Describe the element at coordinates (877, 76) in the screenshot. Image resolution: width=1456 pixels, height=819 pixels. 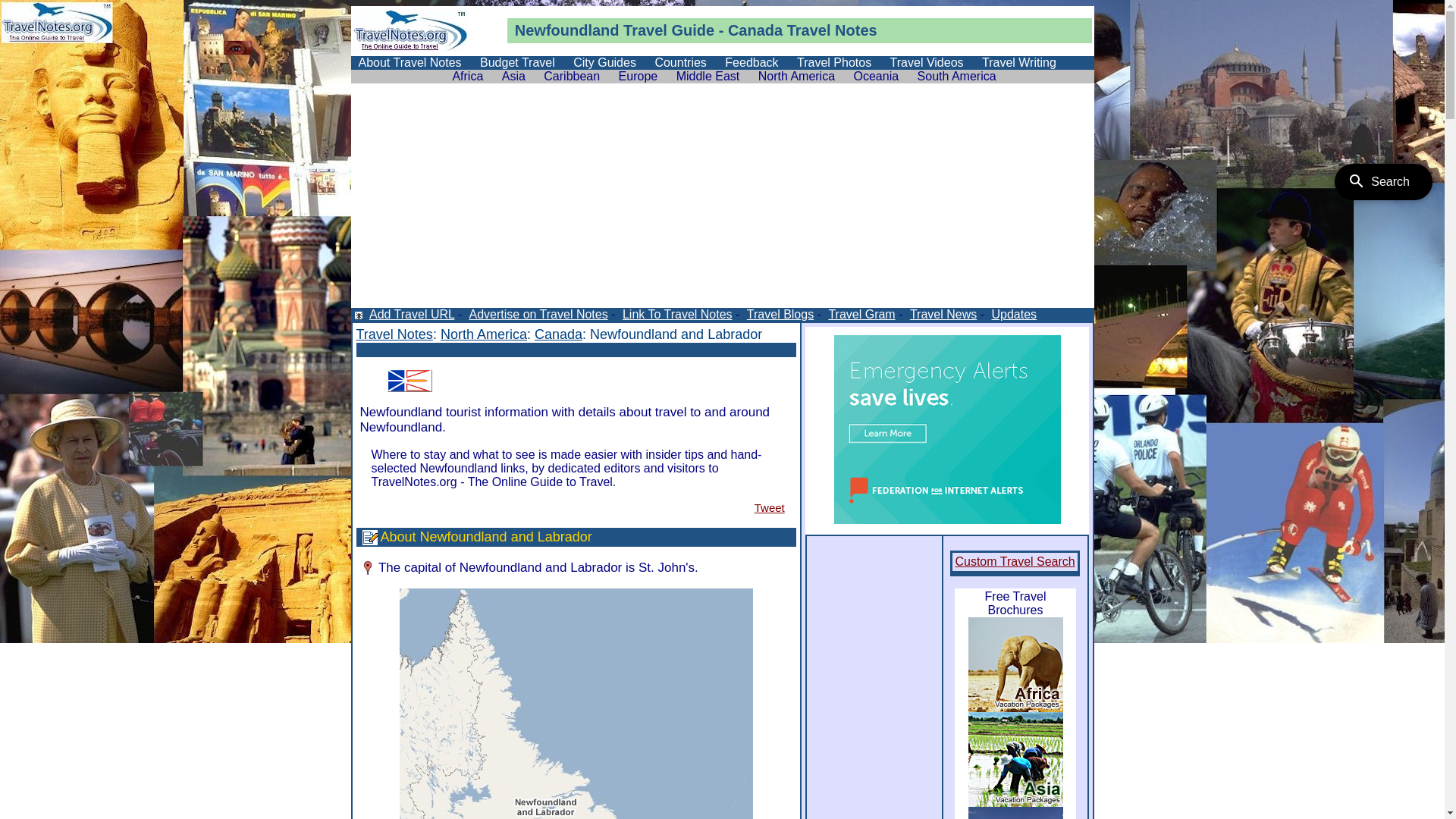
I see `'Oceania'` at that location.